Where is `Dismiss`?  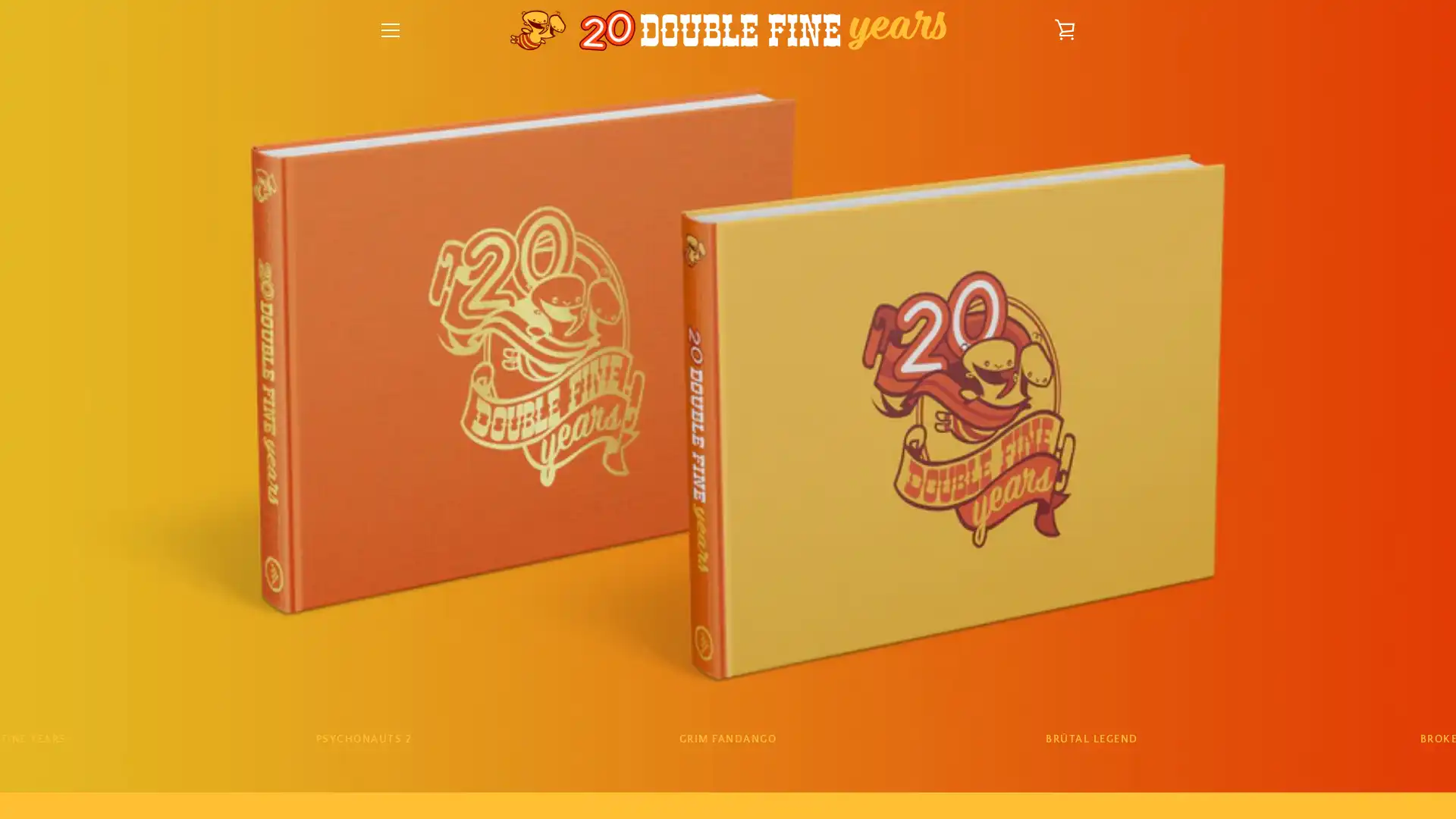 Dismiss is located at coordinates (896, 275).